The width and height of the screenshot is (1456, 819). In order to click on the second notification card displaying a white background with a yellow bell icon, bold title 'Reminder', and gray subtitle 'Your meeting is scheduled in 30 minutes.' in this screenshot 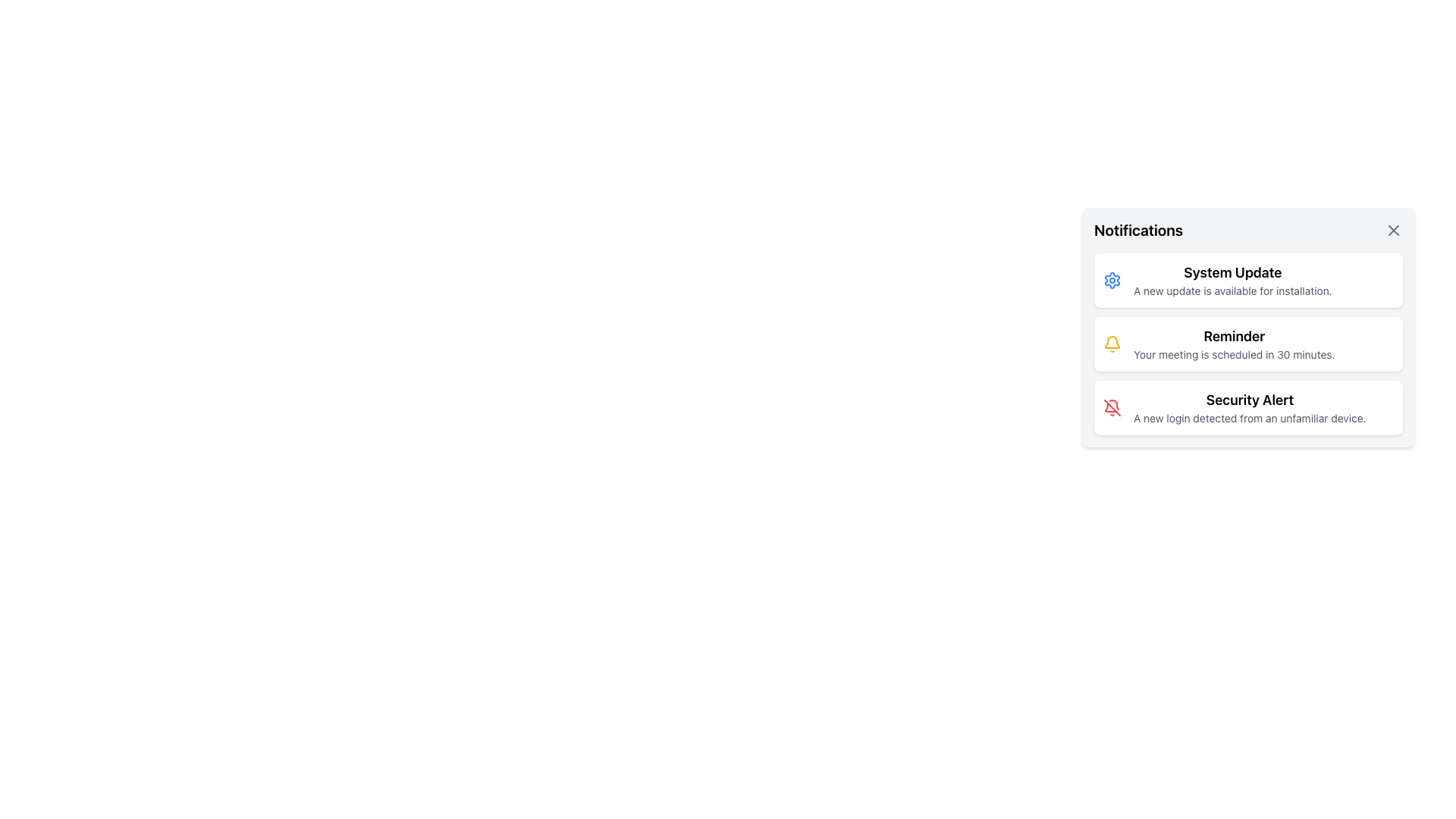, I will do `click(1248, 344)`.